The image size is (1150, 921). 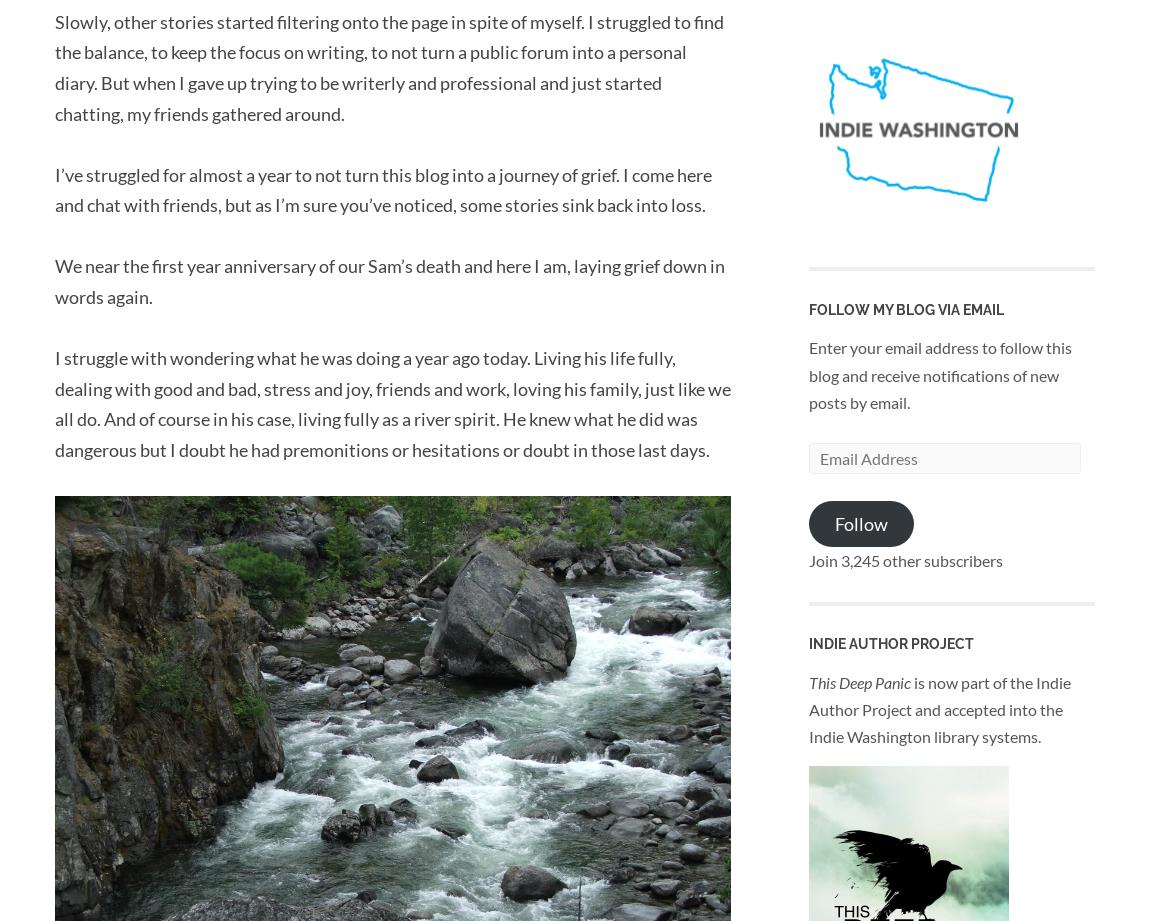 I want to click on 'Follow my blog via Email', so click(x=808, y=308).